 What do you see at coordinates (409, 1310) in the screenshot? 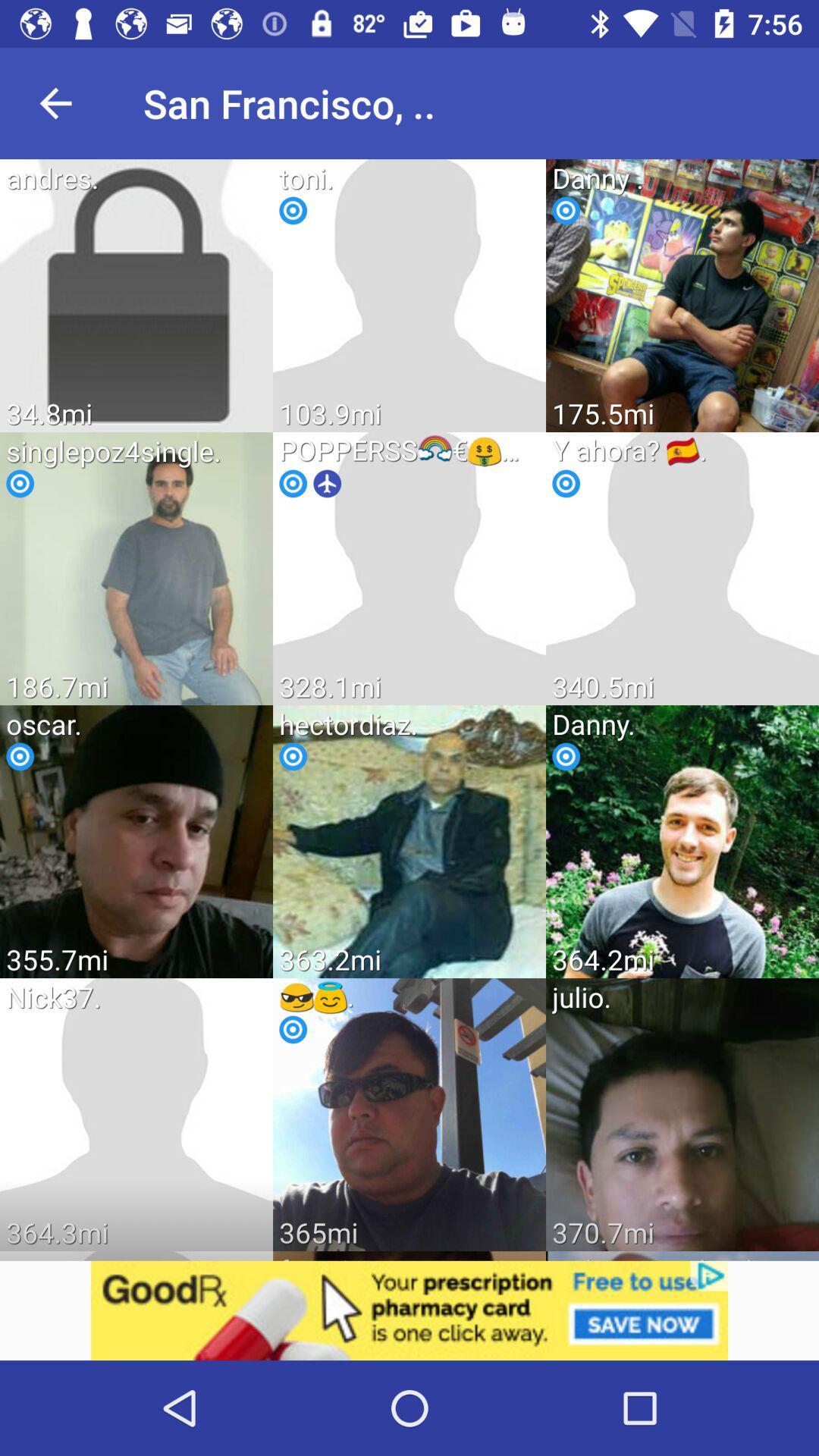
I see `link on advertisement` at bounding box center [409, 1310].